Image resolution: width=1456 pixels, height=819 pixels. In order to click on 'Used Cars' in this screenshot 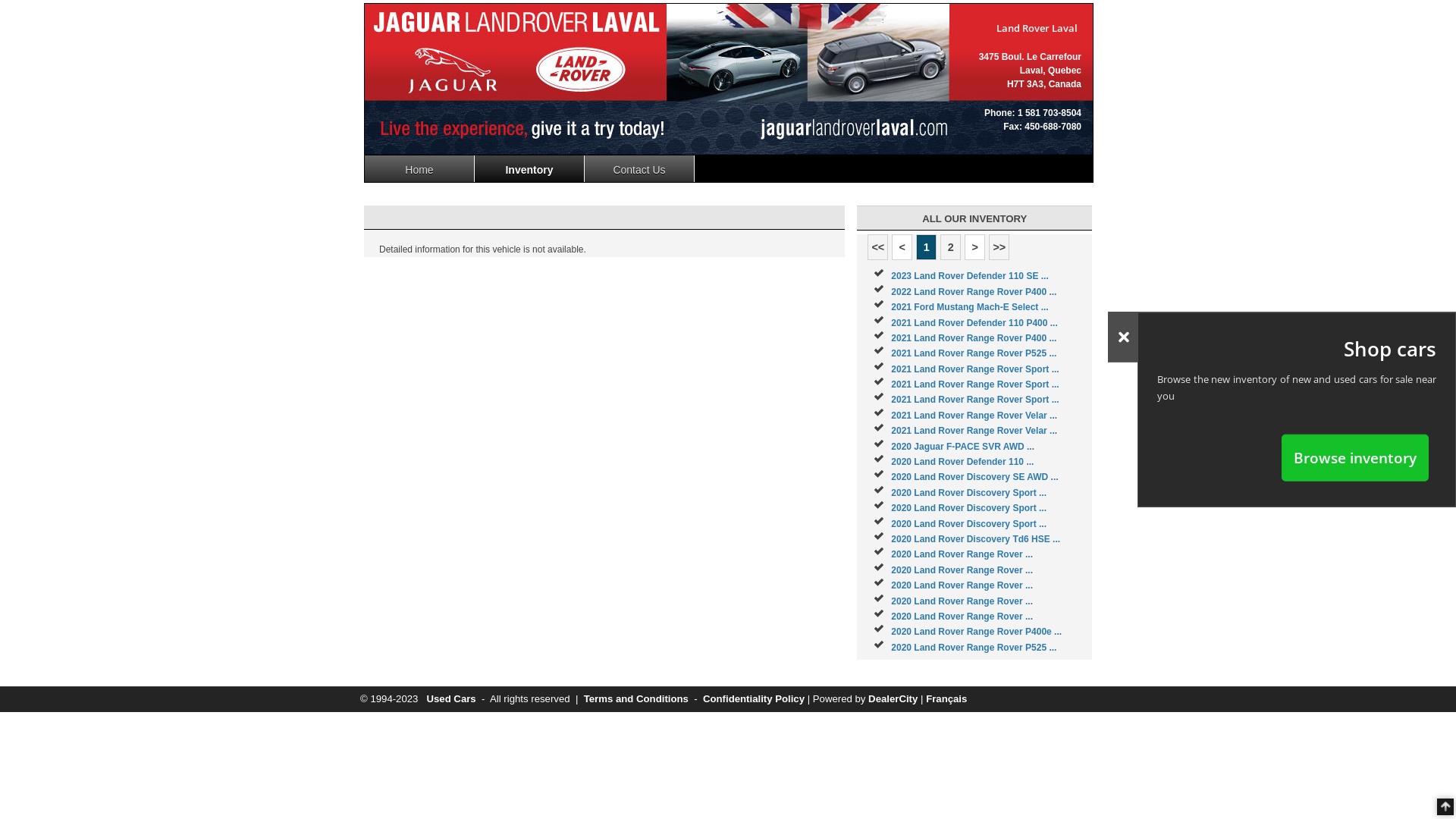, I will do `click(450, 698)`.